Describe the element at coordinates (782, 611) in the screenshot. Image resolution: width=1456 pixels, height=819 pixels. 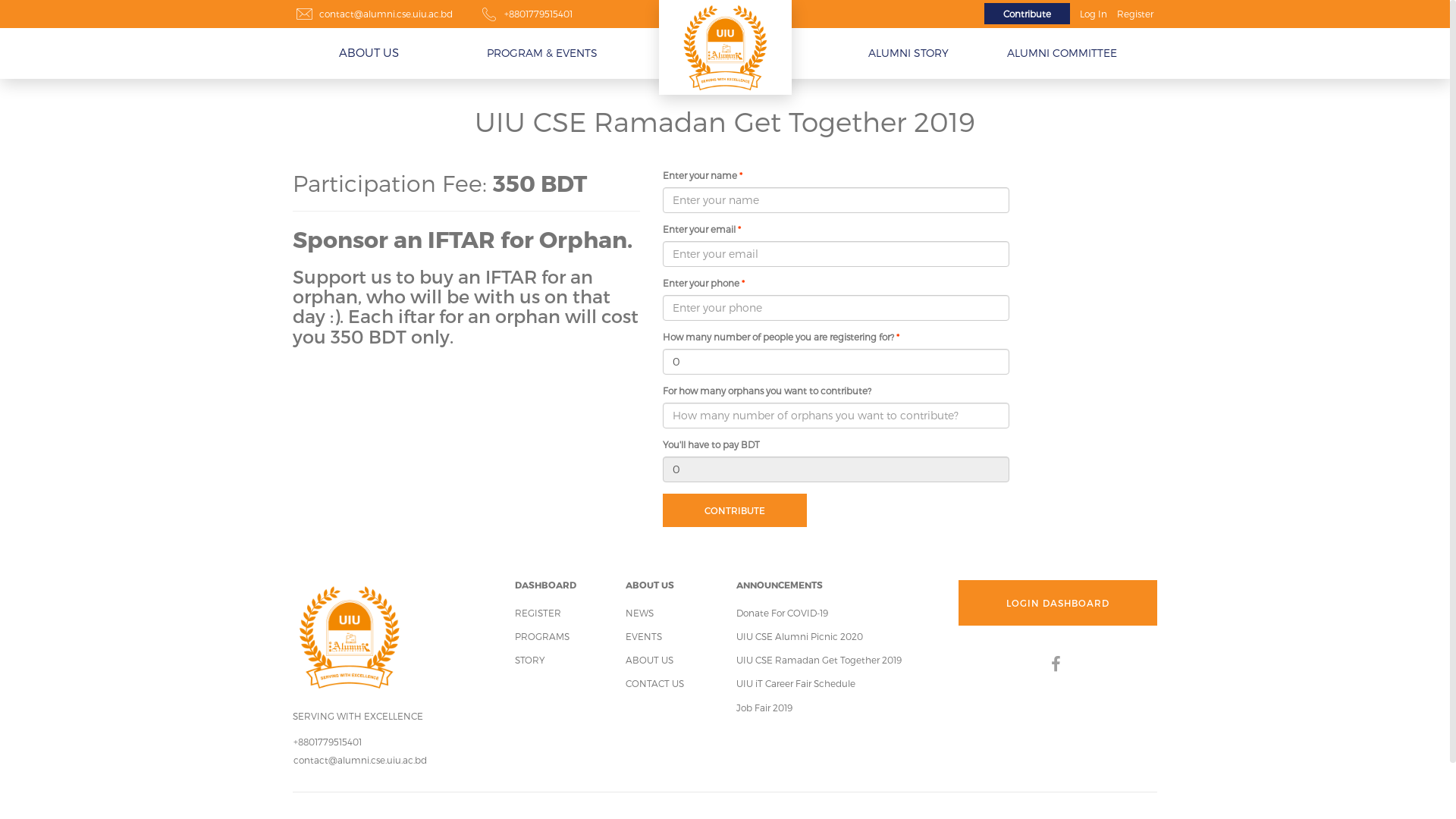
I see `'Donate For COVID-19'` at that location.